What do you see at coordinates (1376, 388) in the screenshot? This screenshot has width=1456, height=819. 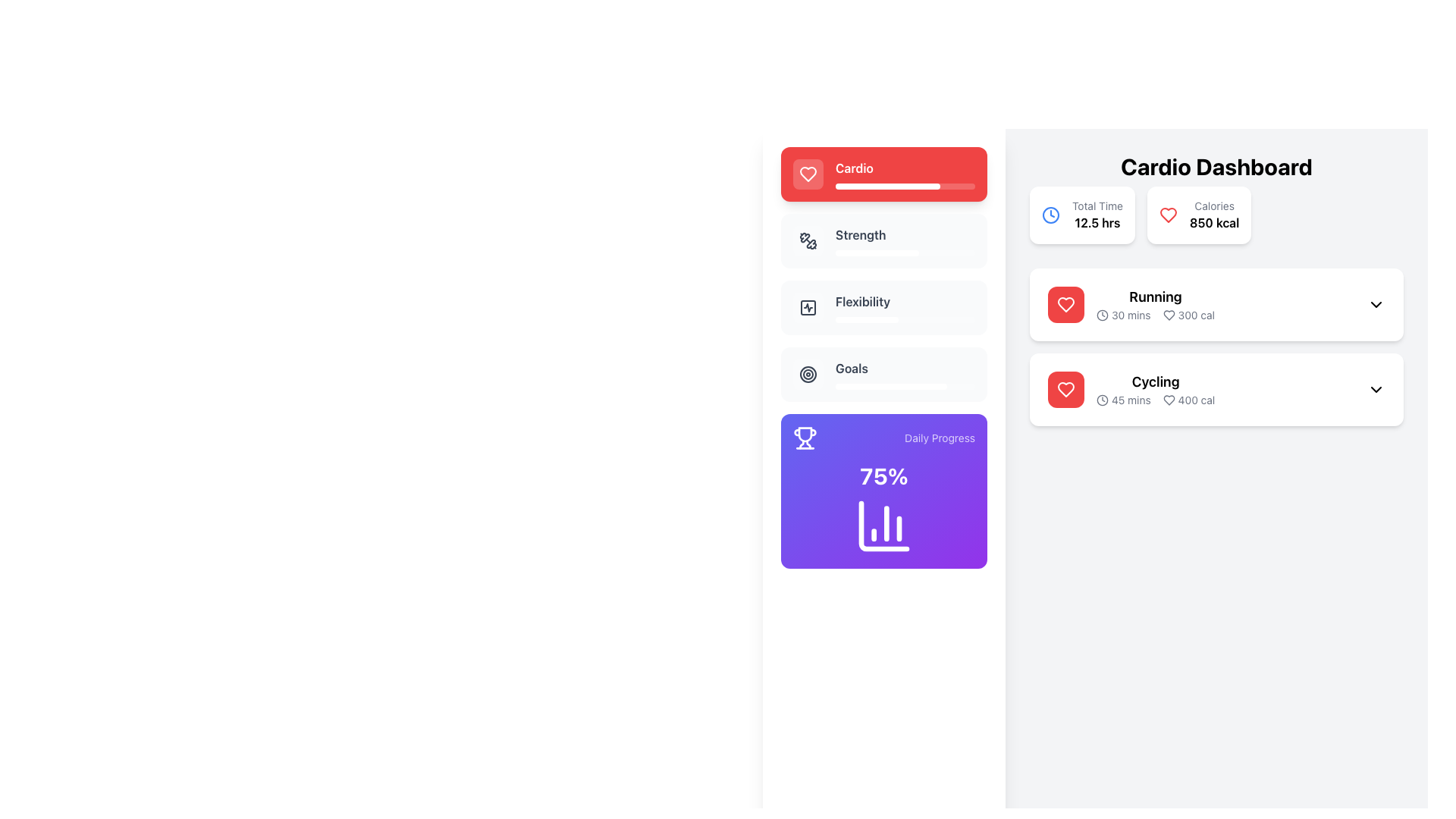 I see `the chevron toggle icon located to the right of the 'Cycling' section text` at bounding box center [1376, 388].